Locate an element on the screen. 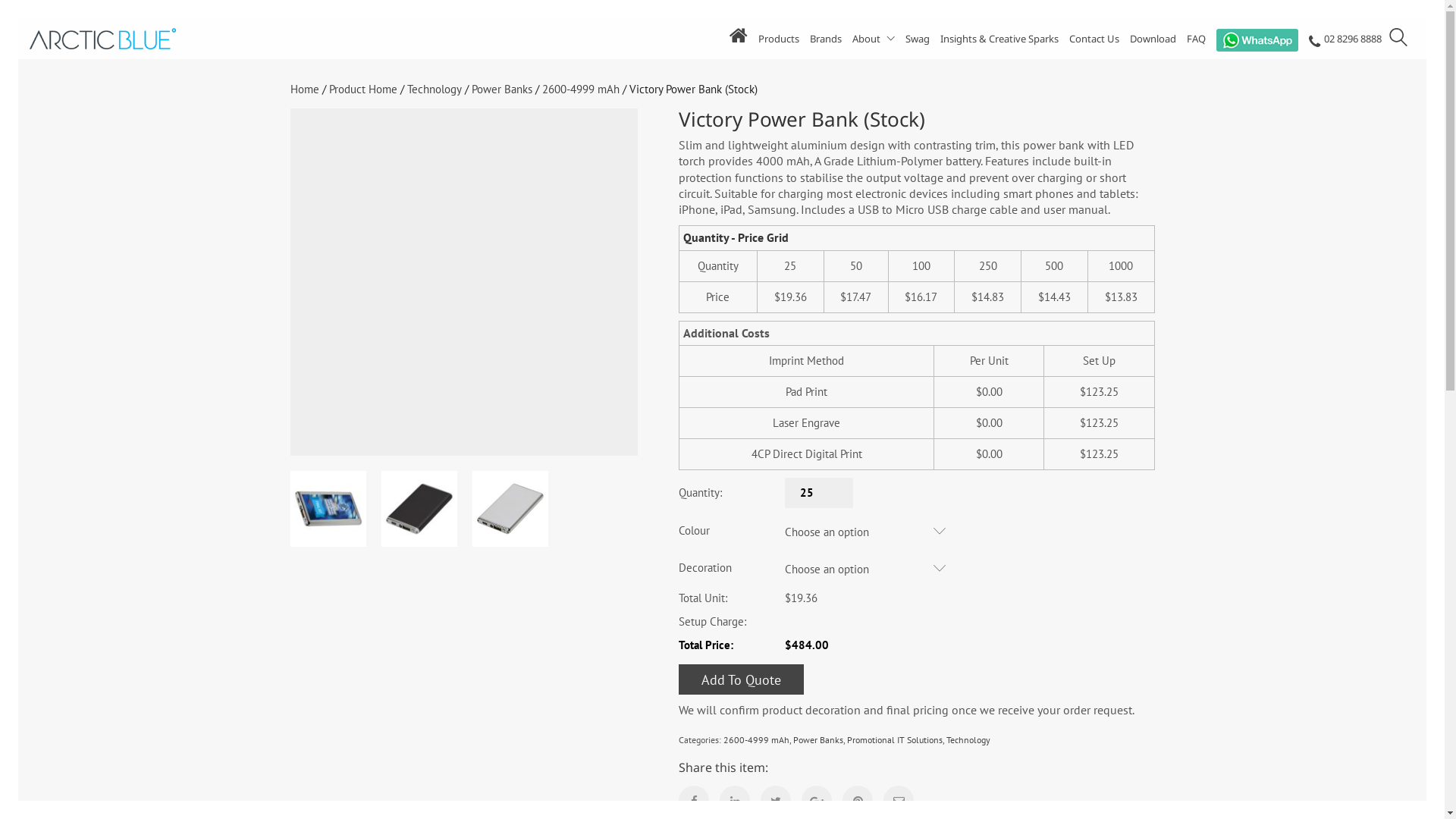 The image size is (1456, 819). 'Add To Quote' is located at coordinates (741, 678).